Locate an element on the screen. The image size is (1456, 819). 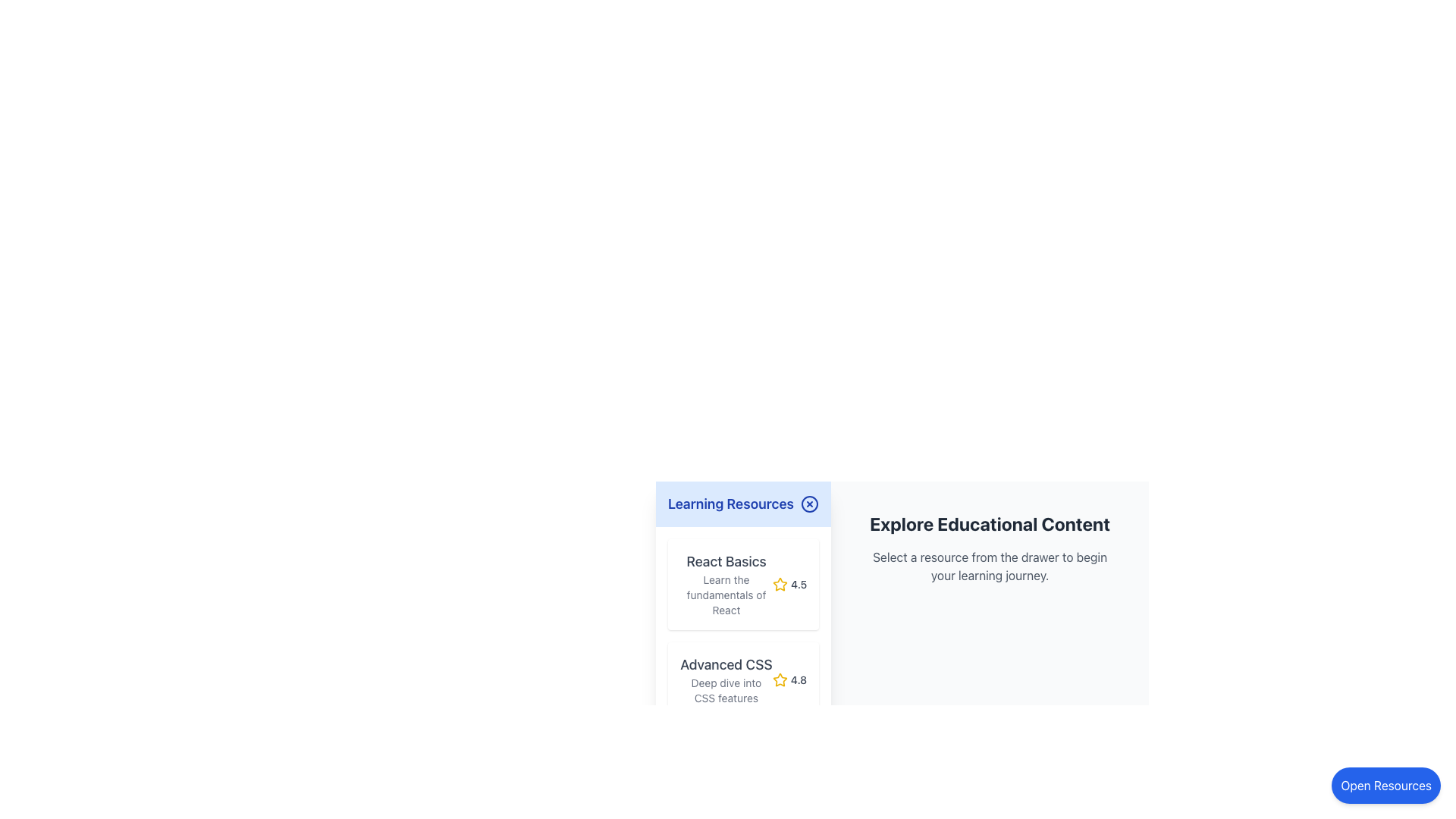
the text label providing additional context for the 'Advanced CSS' resource, located beneath the card's heading in the 'Learning Resources' side panel is located at coordinates (725, 690).